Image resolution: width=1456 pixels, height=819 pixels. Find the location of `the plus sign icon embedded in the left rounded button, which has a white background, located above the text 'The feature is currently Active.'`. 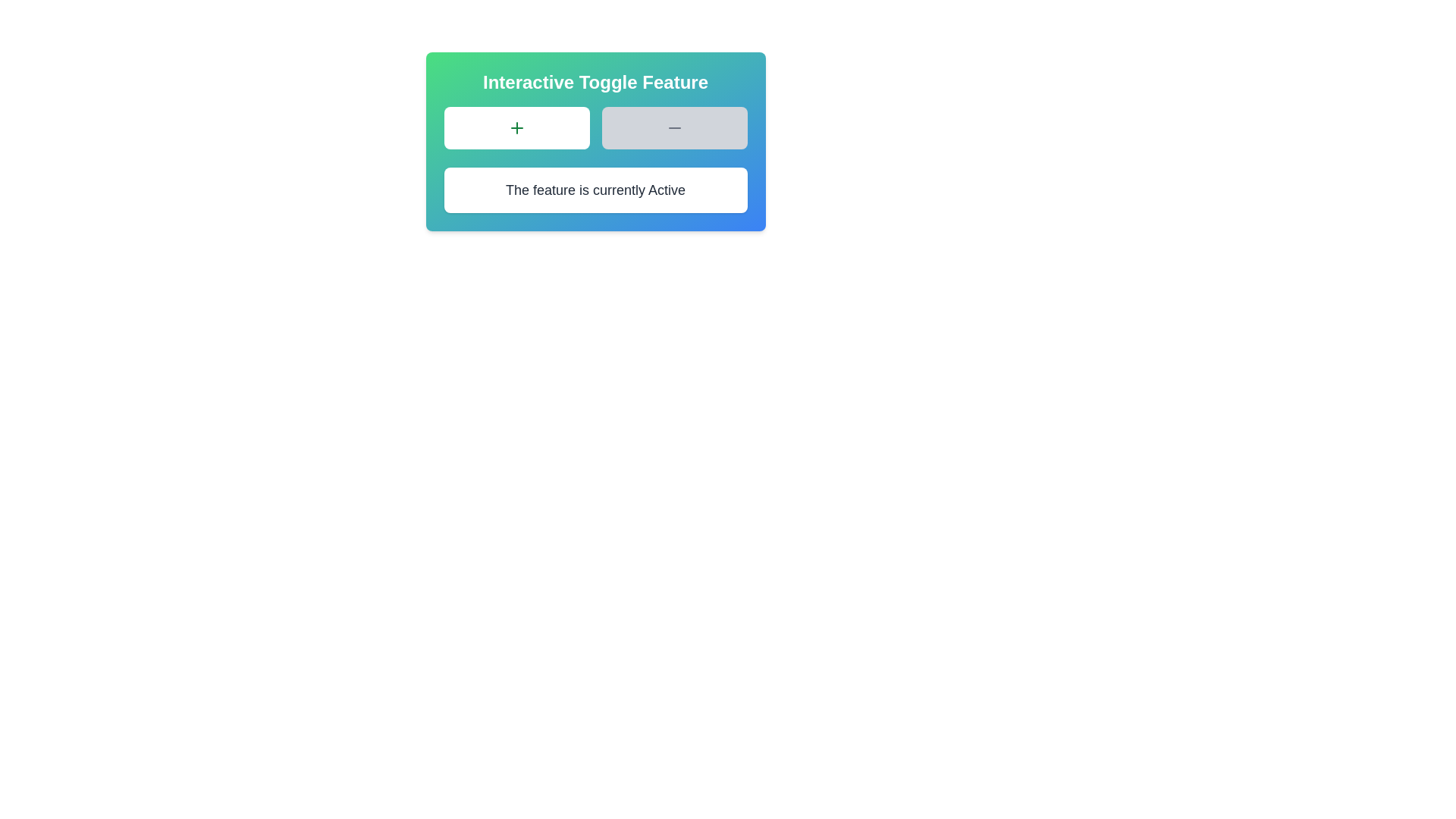

the plus sign icon embedded in the left rounded button, which has a white background, located above the text 'The feature is currently Active.' is located at coordinates (516, 127).